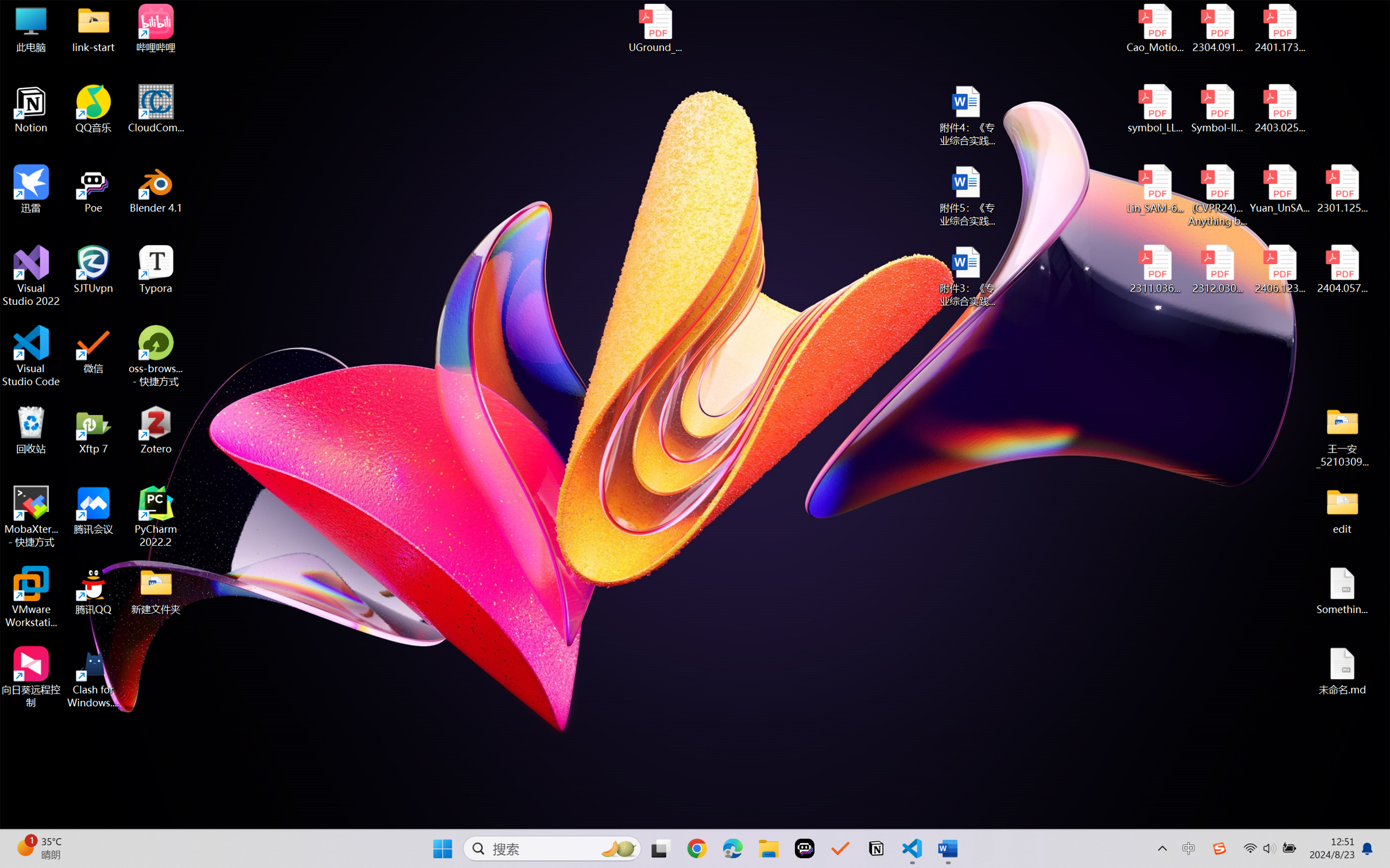 The width and height of the screenshot is (1390, 868). What do you see at coordinates (1279, 269) in the screenshot?
I see `'2406.12373v2.pdf'` at bounding box center [1279, 269].